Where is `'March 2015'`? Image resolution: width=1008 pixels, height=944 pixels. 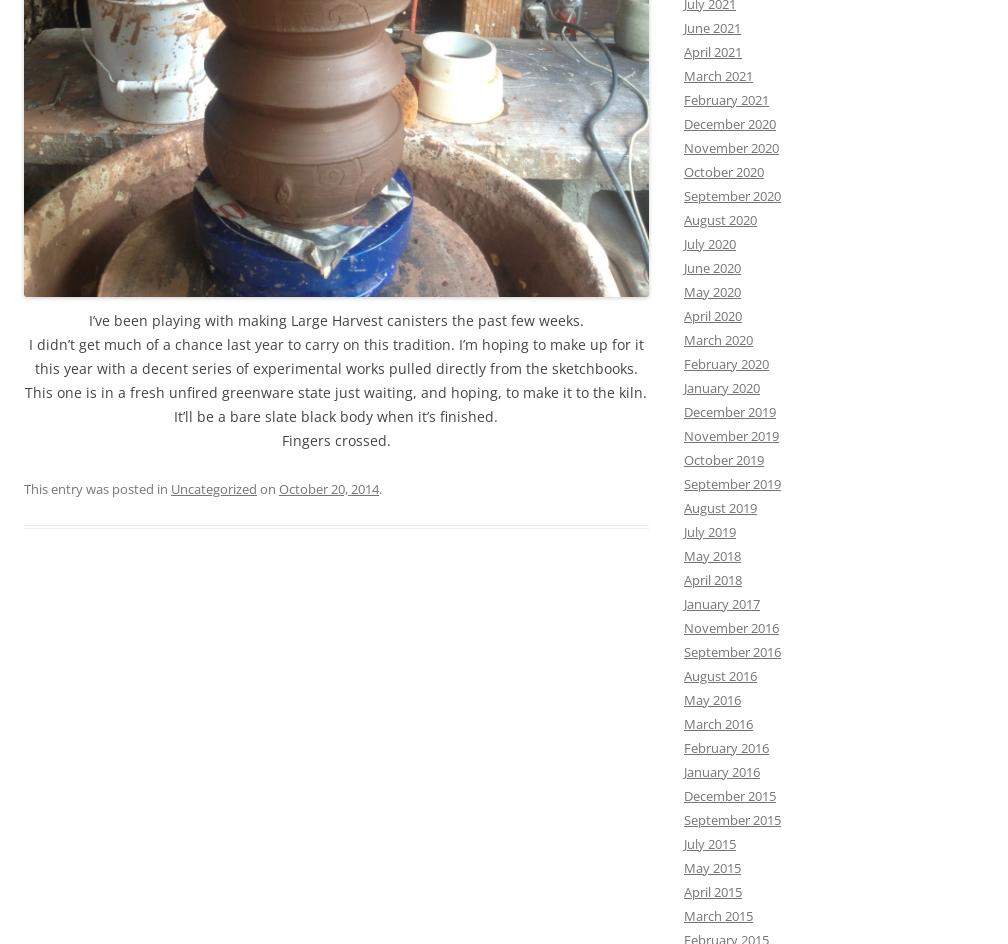 'March 2015' is located at coordinates (718, 914).